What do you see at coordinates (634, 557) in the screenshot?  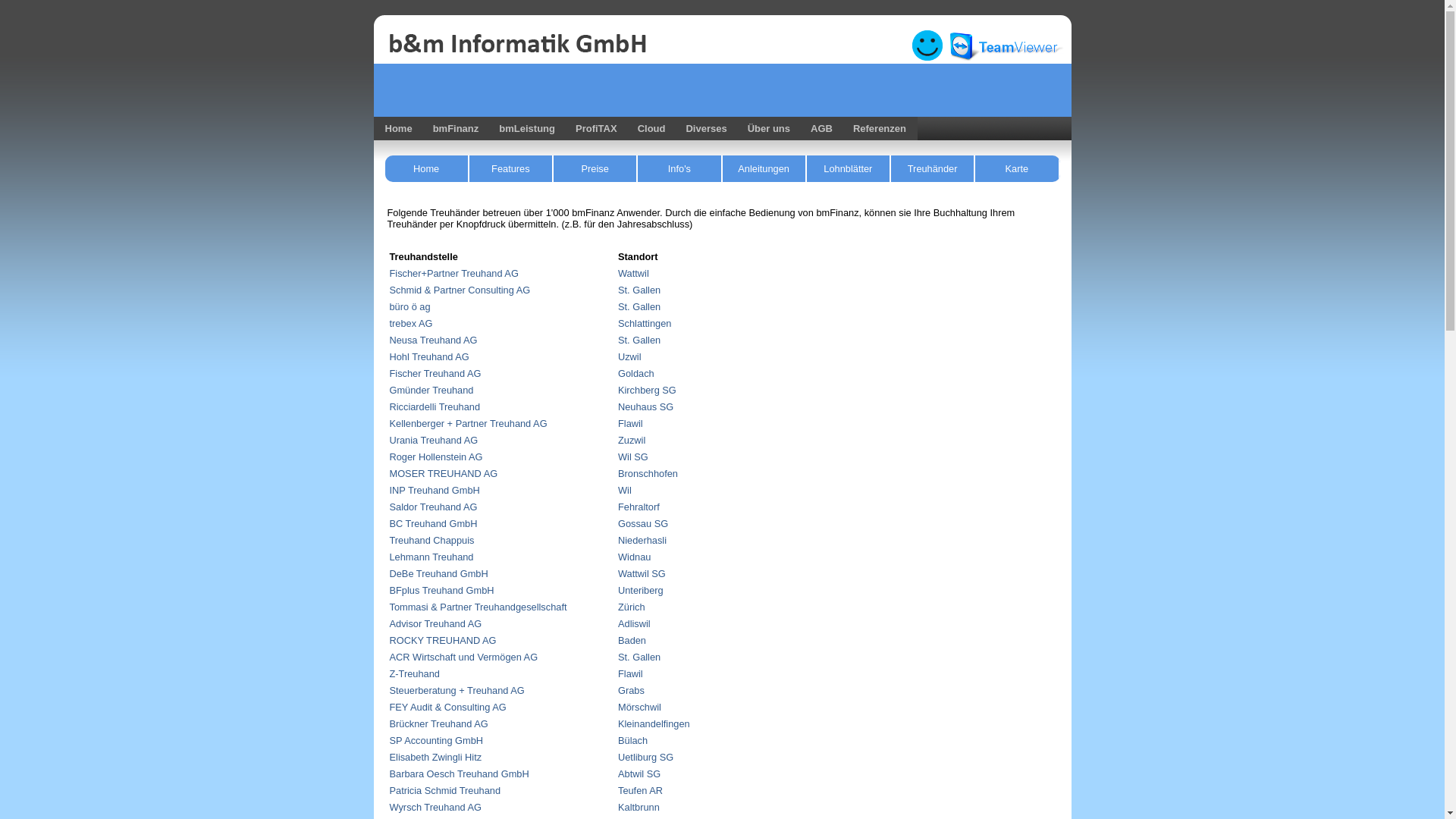 I see `'Widnau'` at bounding box center [634, 557].